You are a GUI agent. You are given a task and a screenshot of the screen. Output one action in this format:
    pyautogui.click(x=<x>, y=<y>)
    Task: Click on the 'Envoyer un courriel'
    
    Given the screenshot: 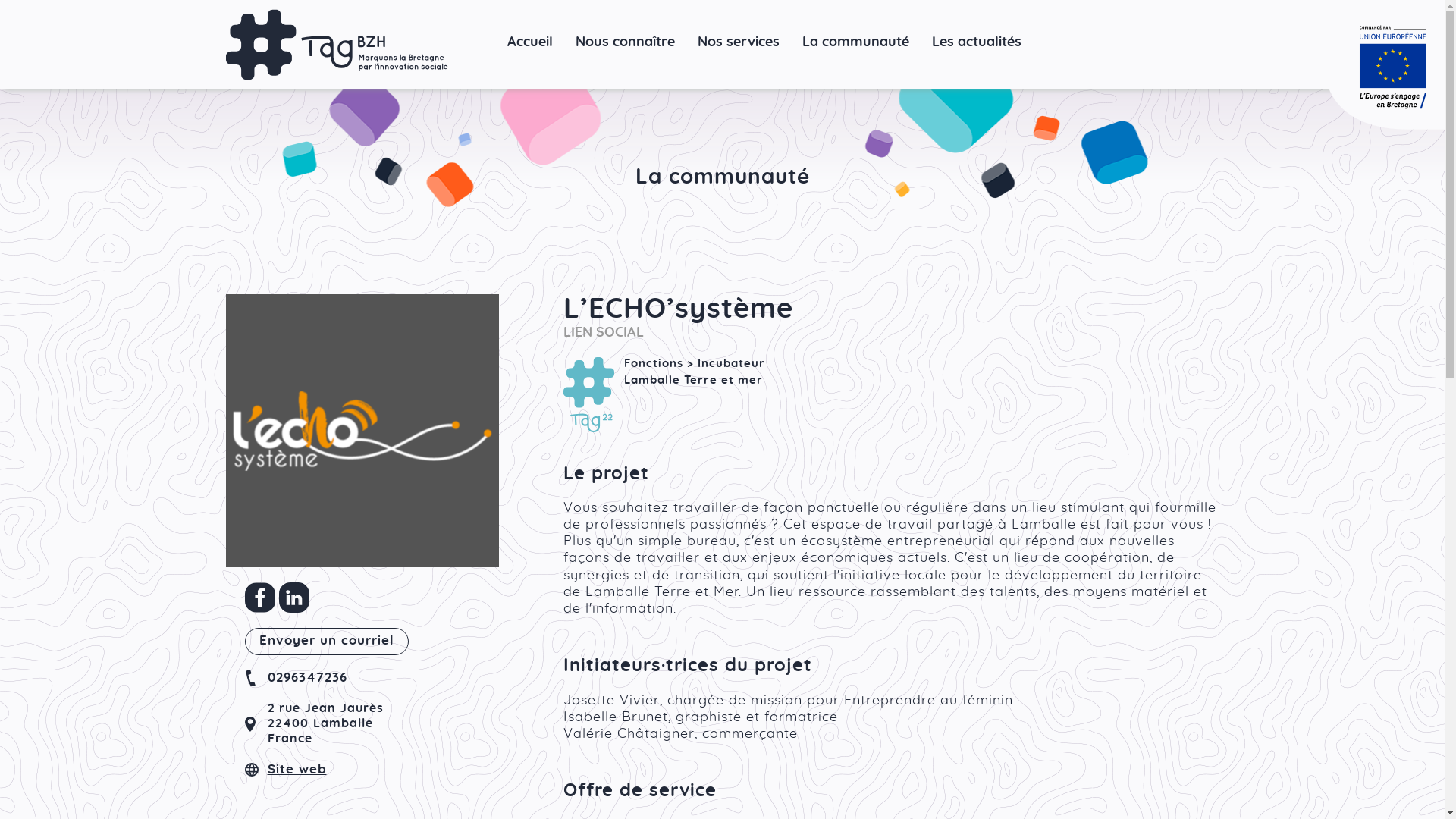 What is the action you would take?
    pyautogui.click(x=325, y=641)
    